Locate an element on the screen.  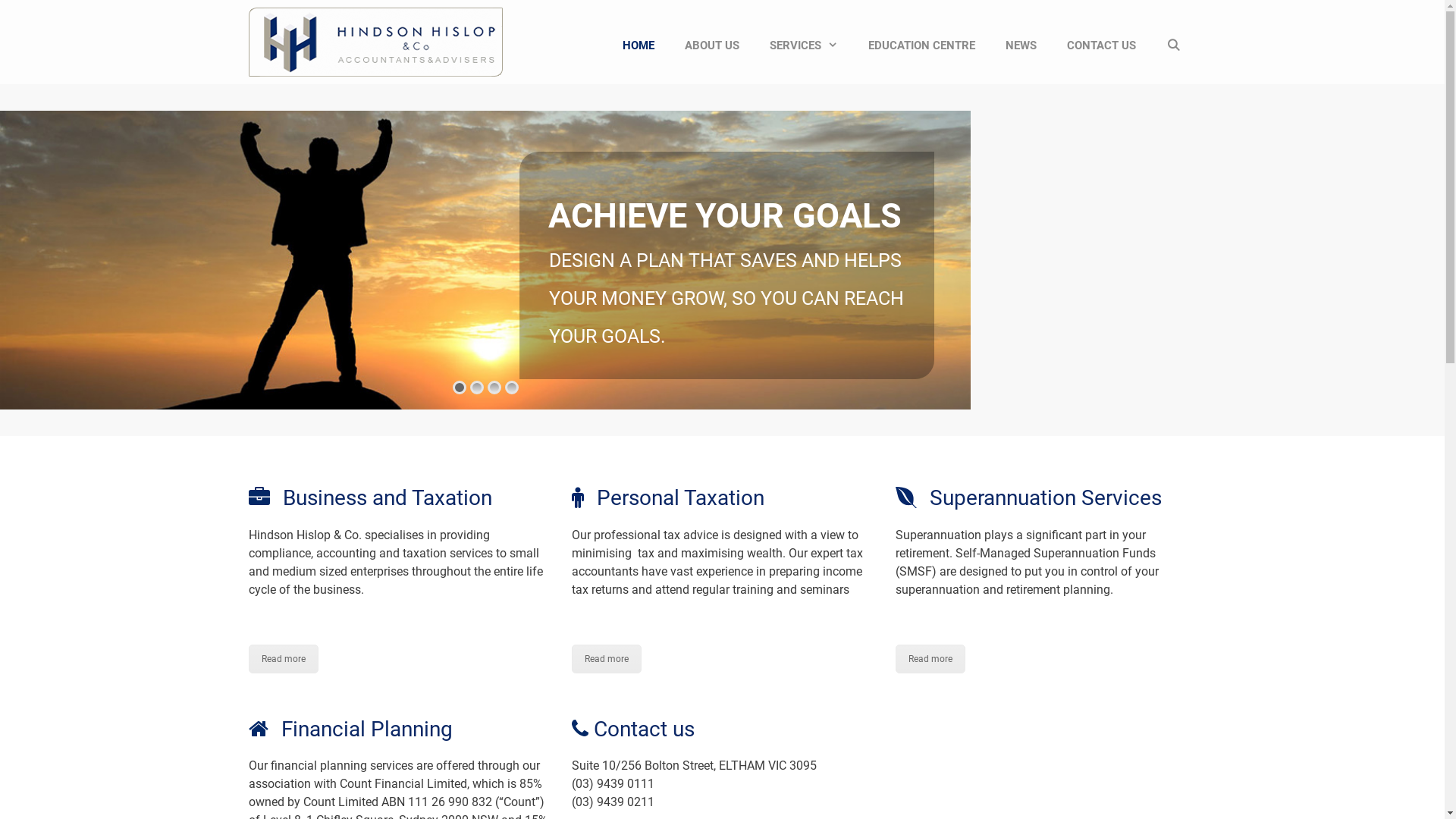
'SERVICES' is located at coordinates (803, 45).